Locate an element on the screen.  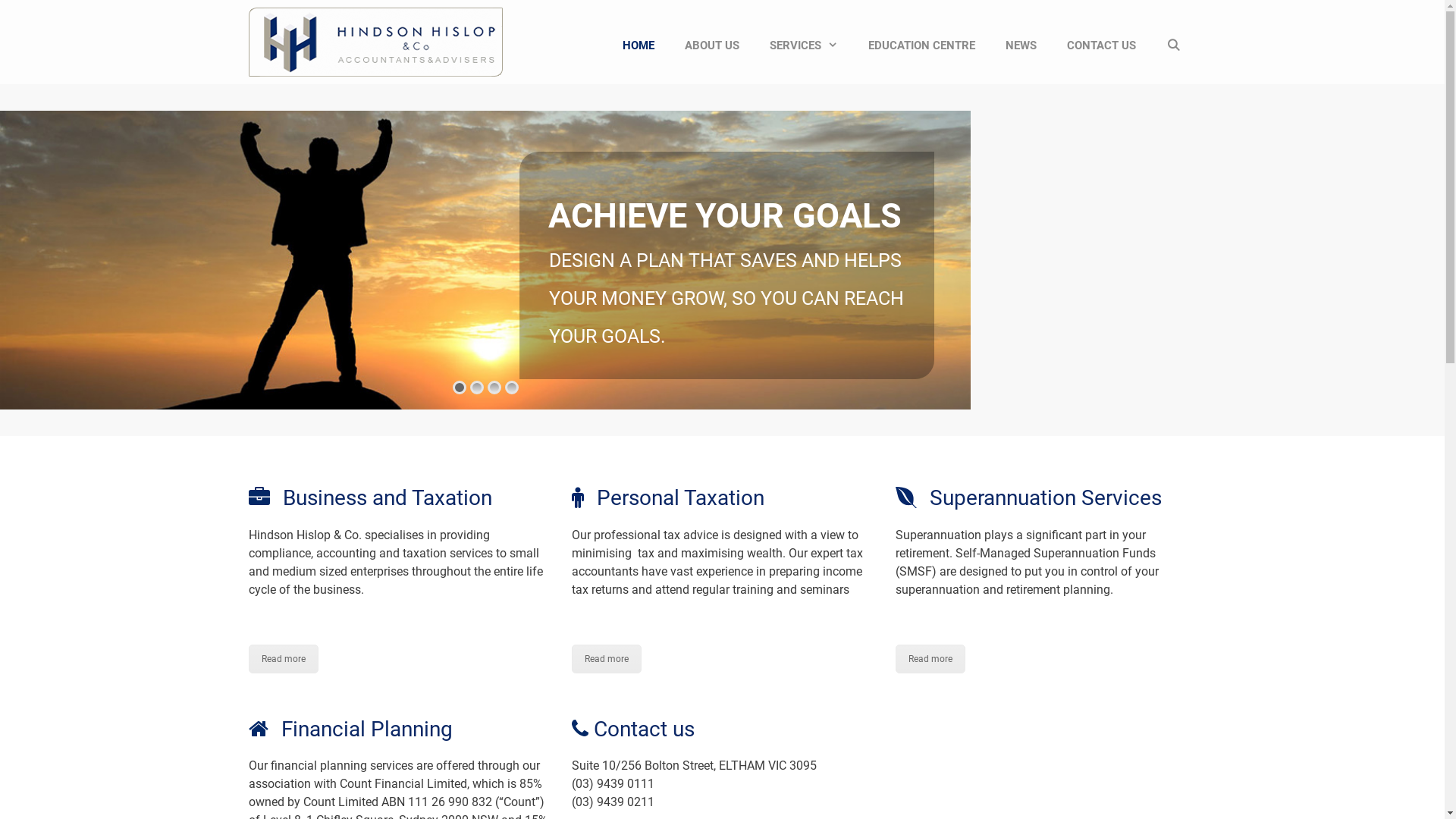
'SERVICES' is located at coordinates (803, 45).